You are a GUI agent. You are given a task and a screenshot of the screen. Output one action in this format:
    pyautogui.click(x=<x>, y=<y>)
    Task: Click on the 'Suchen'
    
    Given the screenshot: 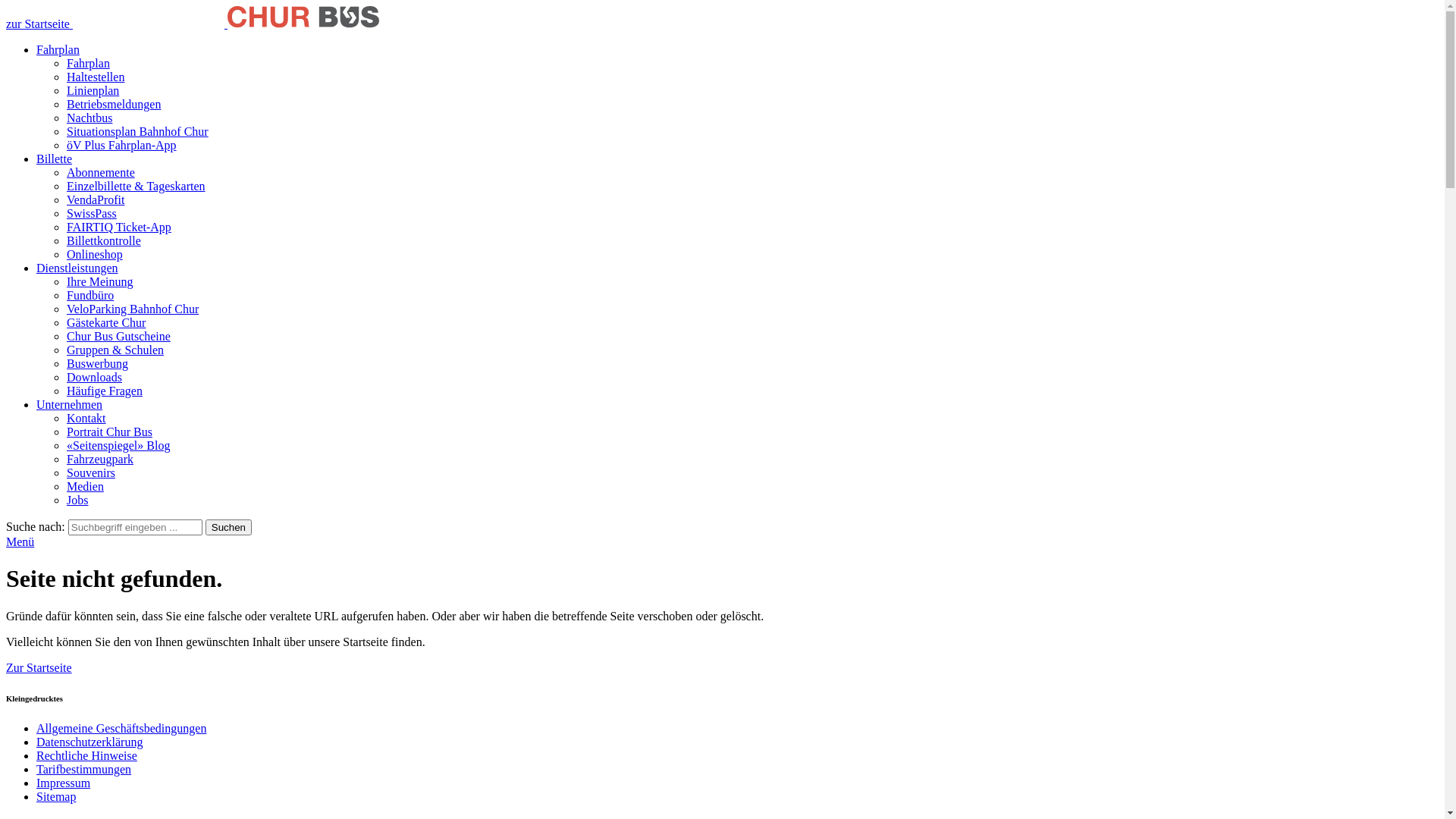 What is the action you would take?
    pyautogui.click(x=227, y=526)
    